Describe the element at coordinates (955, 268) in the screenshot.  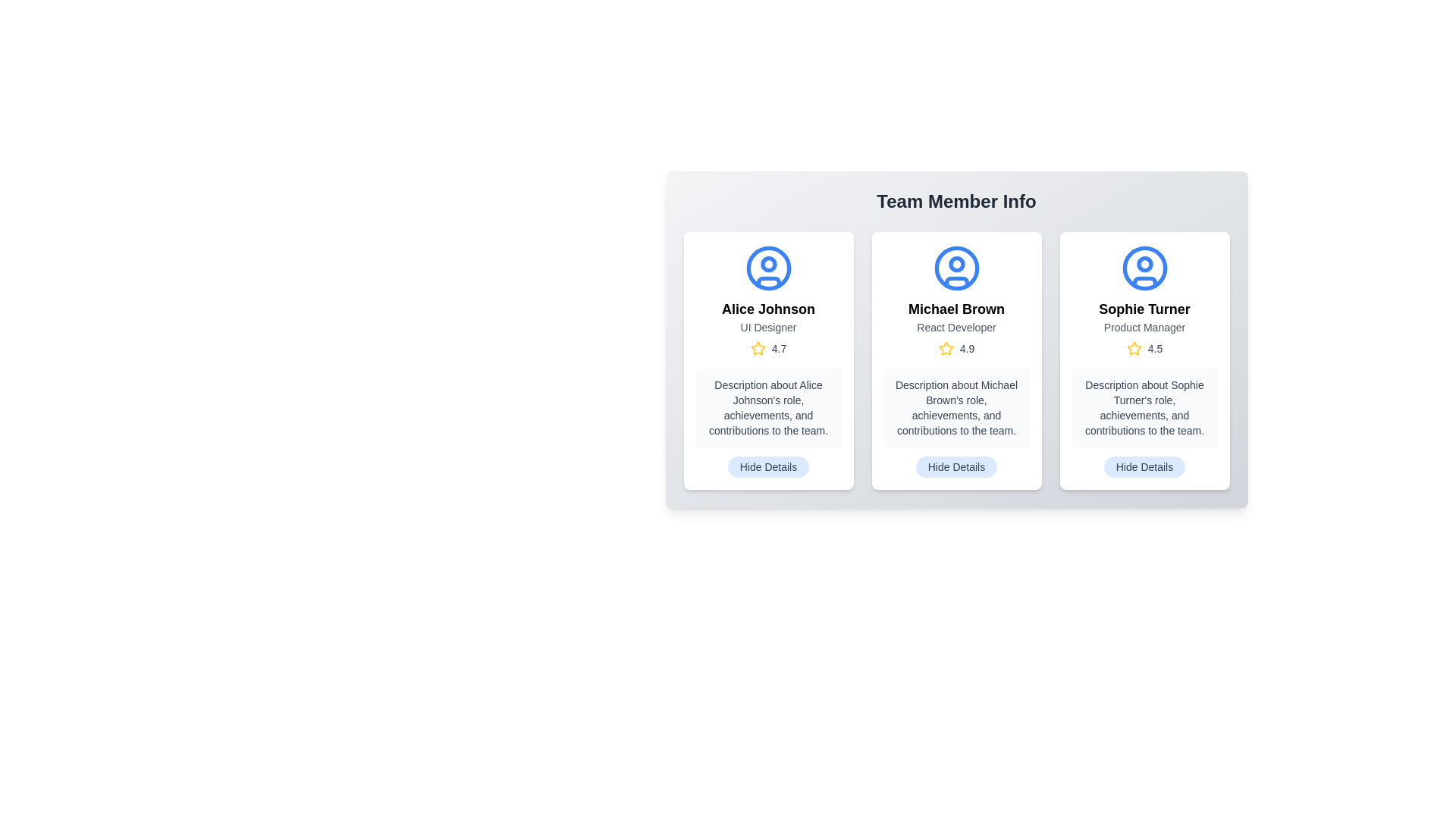
I see `the decorative icon representing the user profile for 'Michael Brown', which is located at the top-middle of the card above the title 'React Developer'` at that location.